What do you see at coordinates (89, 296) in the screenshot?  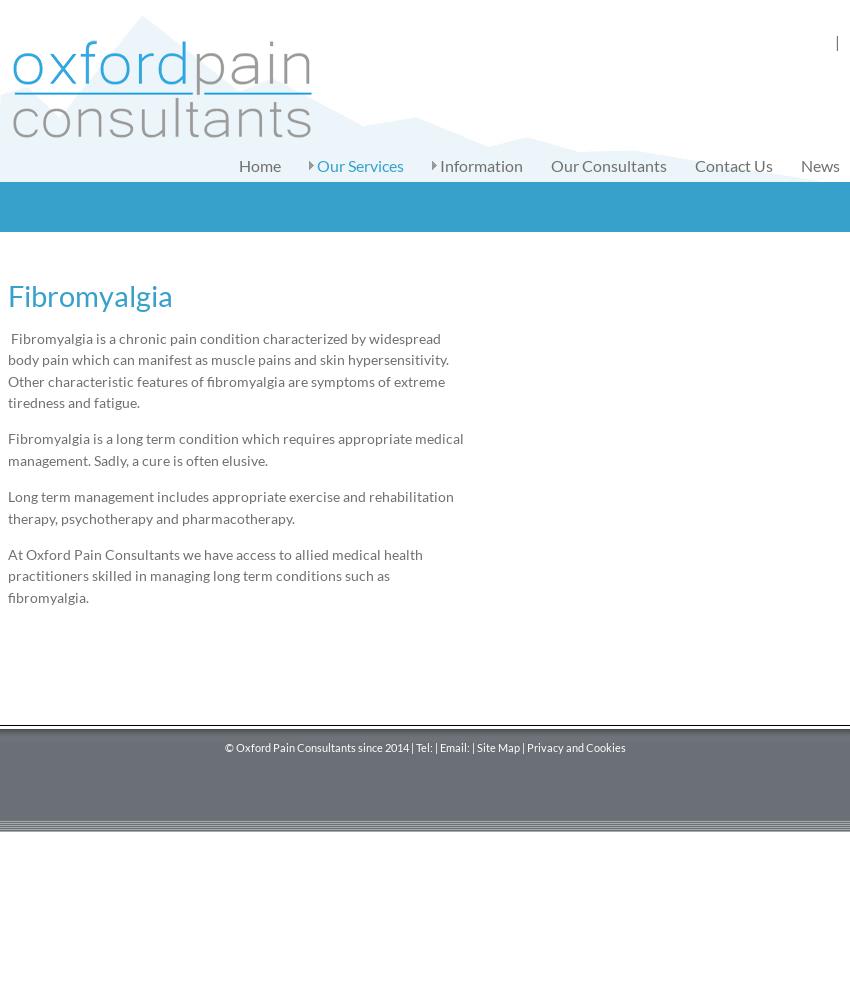 I see `'Fibromyalgia'` at bounding box center [89, 296].